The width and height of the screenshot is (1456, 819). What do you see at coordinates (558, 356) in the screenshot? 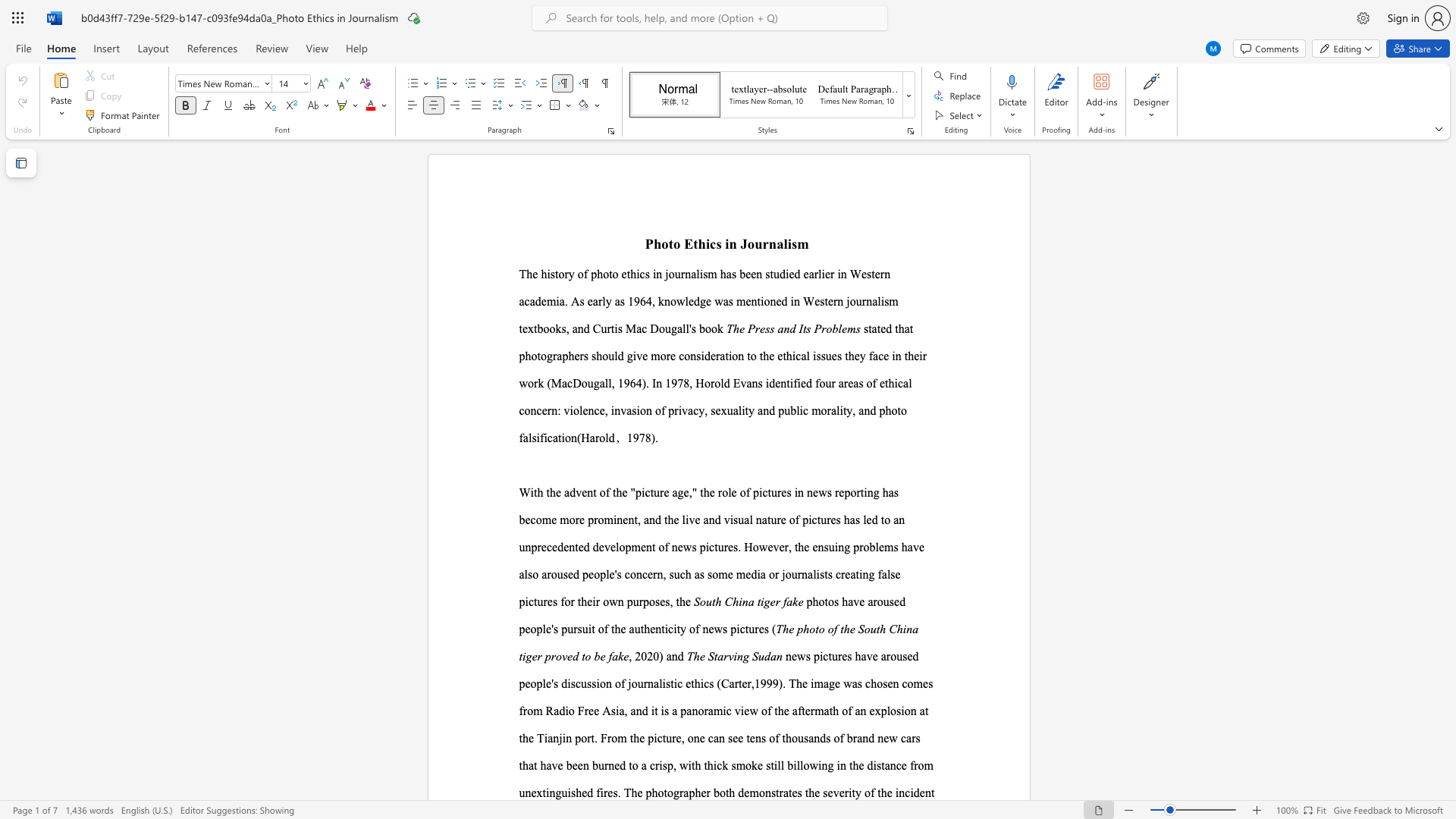
I see `the 3th character "a" in the text` at bounding box center [558, 356].